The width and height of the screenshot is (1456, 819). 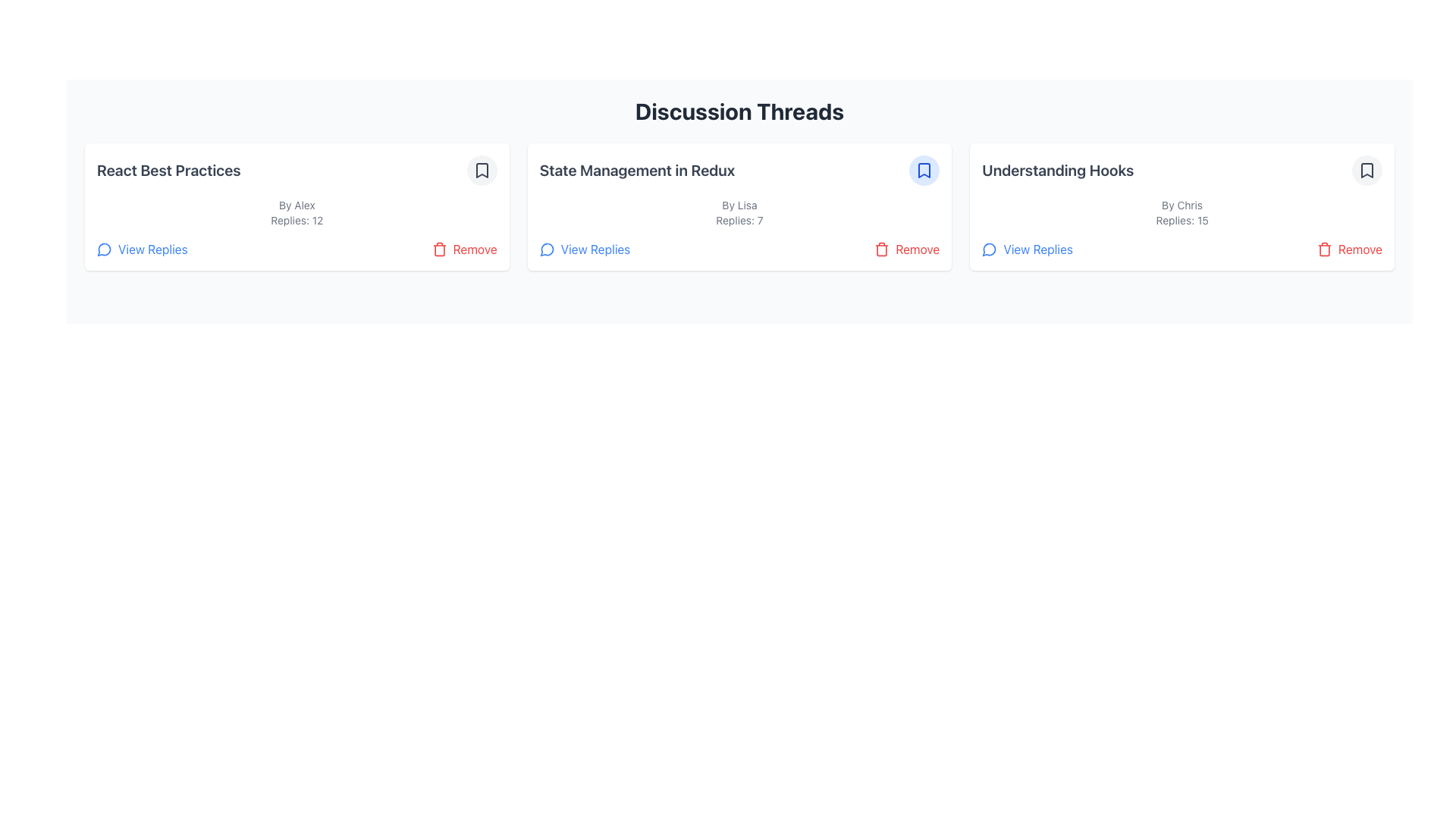 What do you see at coordinates (1181, 207) in the screenshot?
I see `the bookmark icon located at the top-right corner of the 'Understanding Hooks' discussion summary card to mark the thread as favorite` at bounding box center [1181, 207].